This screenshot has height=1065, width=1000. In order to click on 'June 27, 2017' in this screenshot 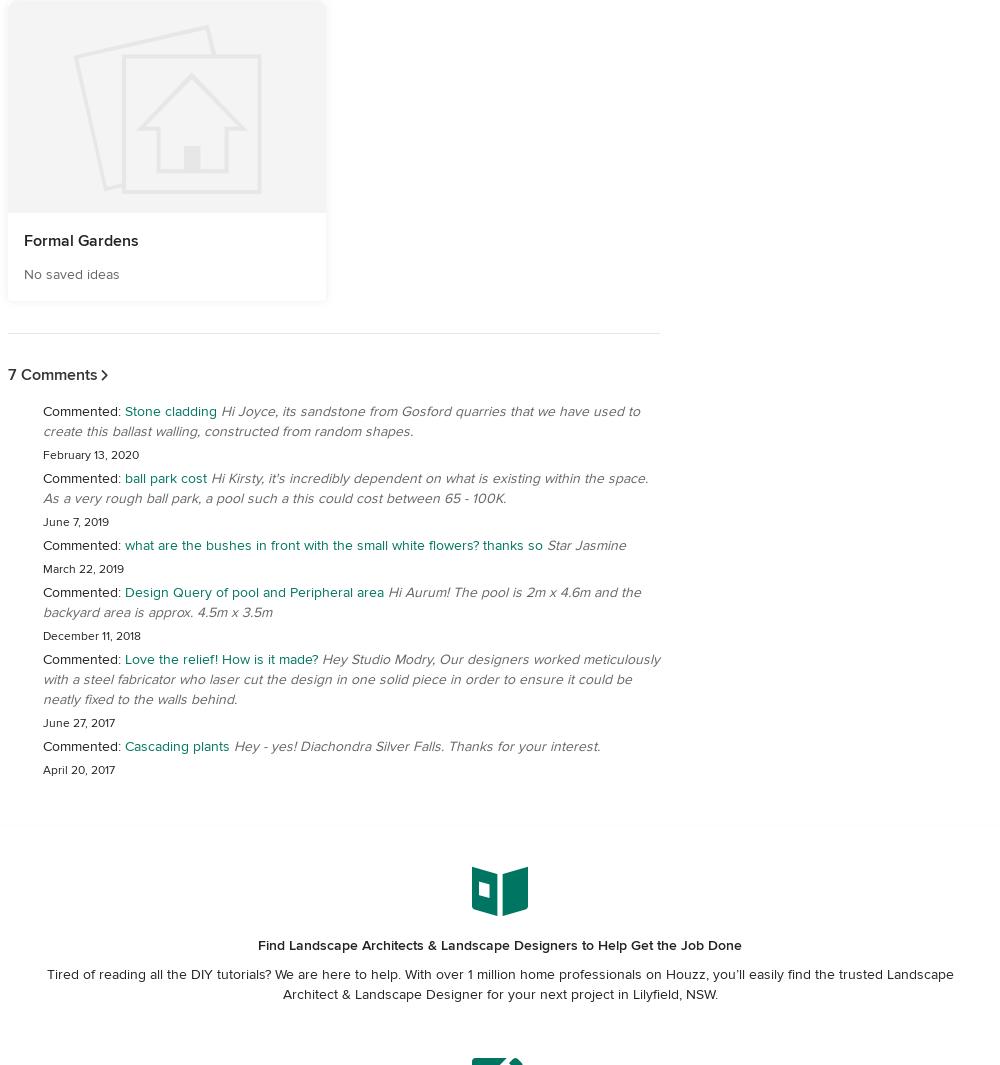, I will do `click(78, 723)`.